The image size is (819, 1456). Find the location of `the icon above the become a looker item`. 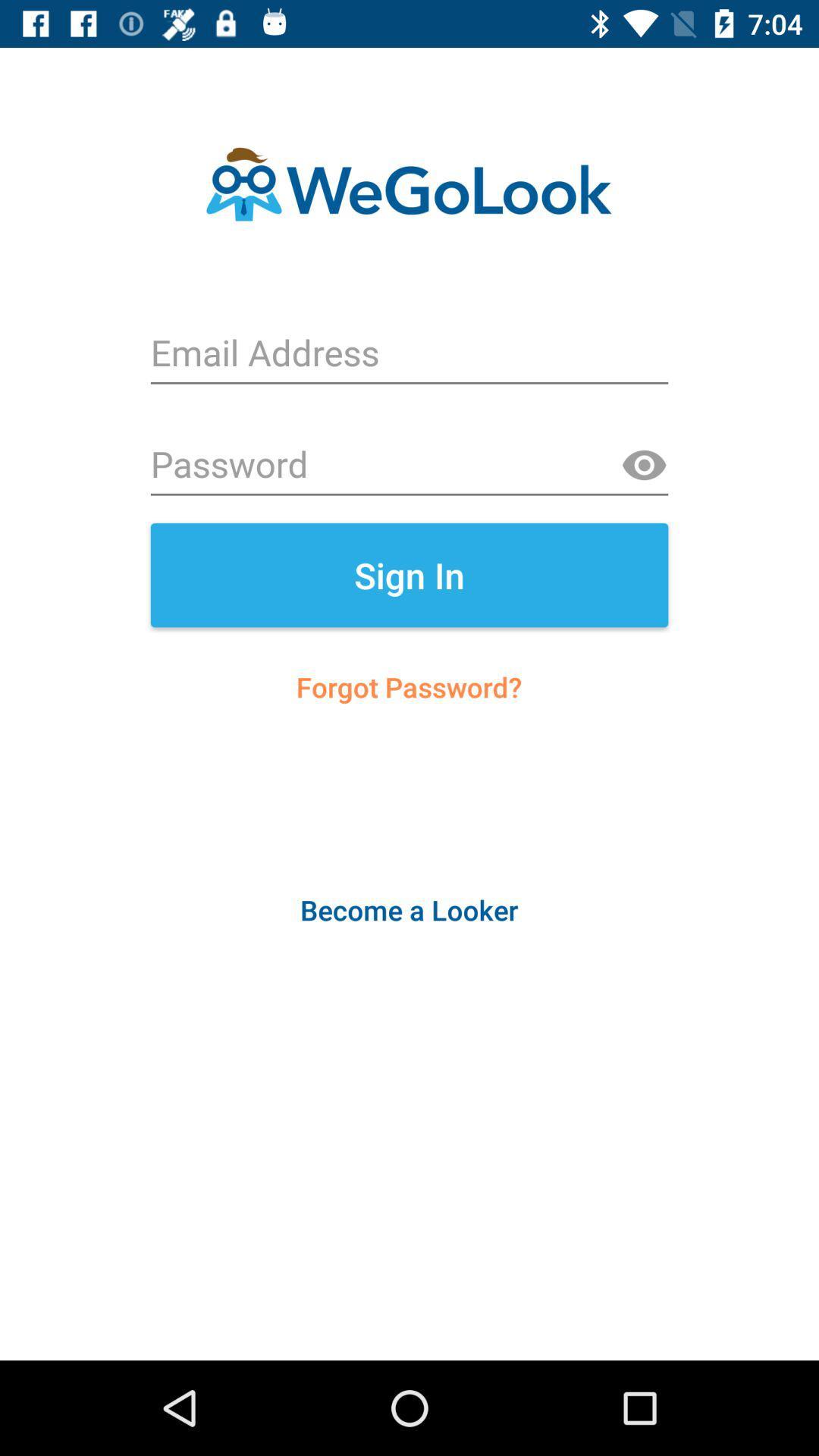

the icon above the become a looker item is located at coordinates (408, 686).